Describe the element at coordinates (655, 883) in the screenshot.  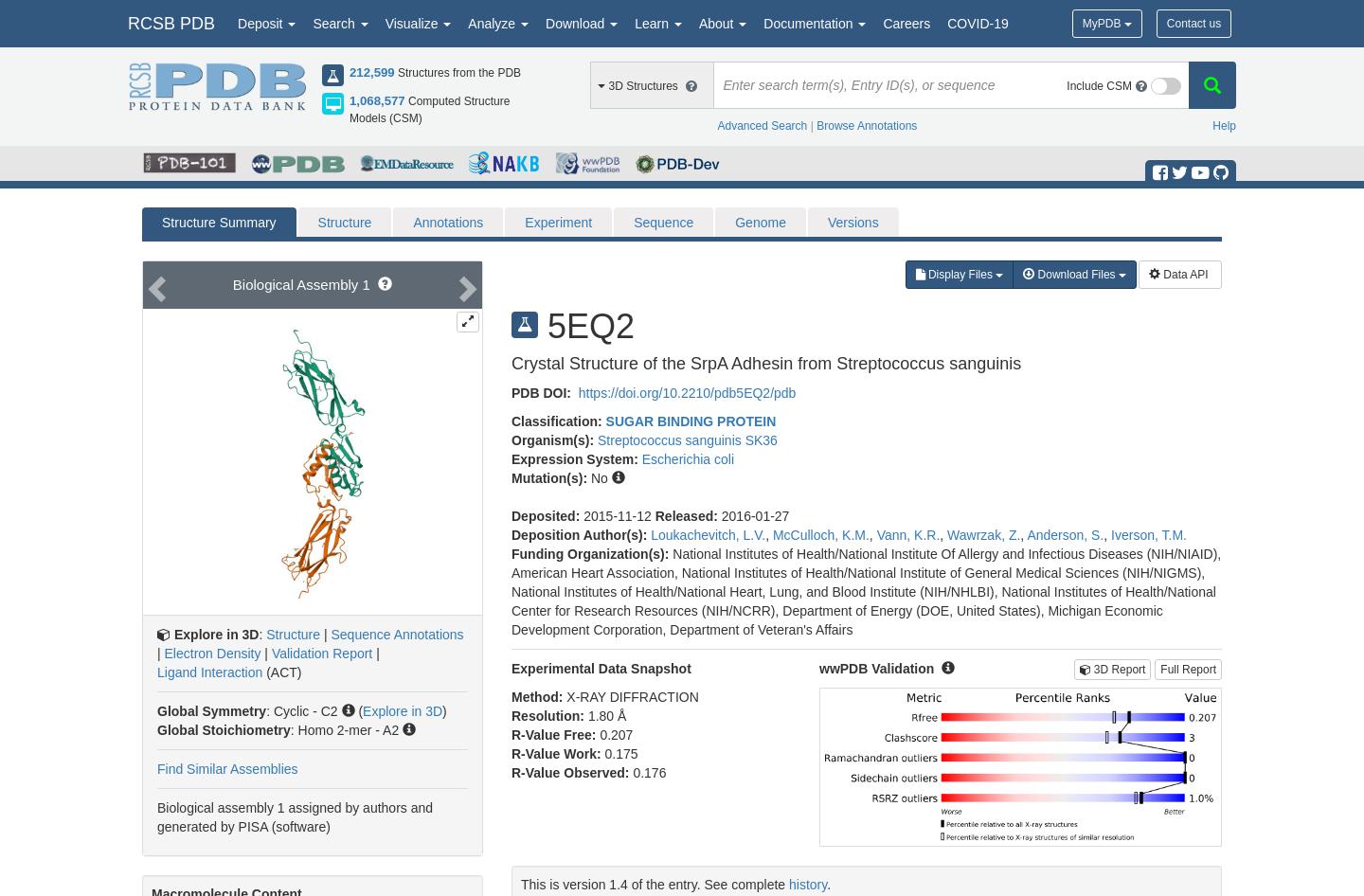
I see `'This is version 1.4 of the entry. See complete'` at that location.